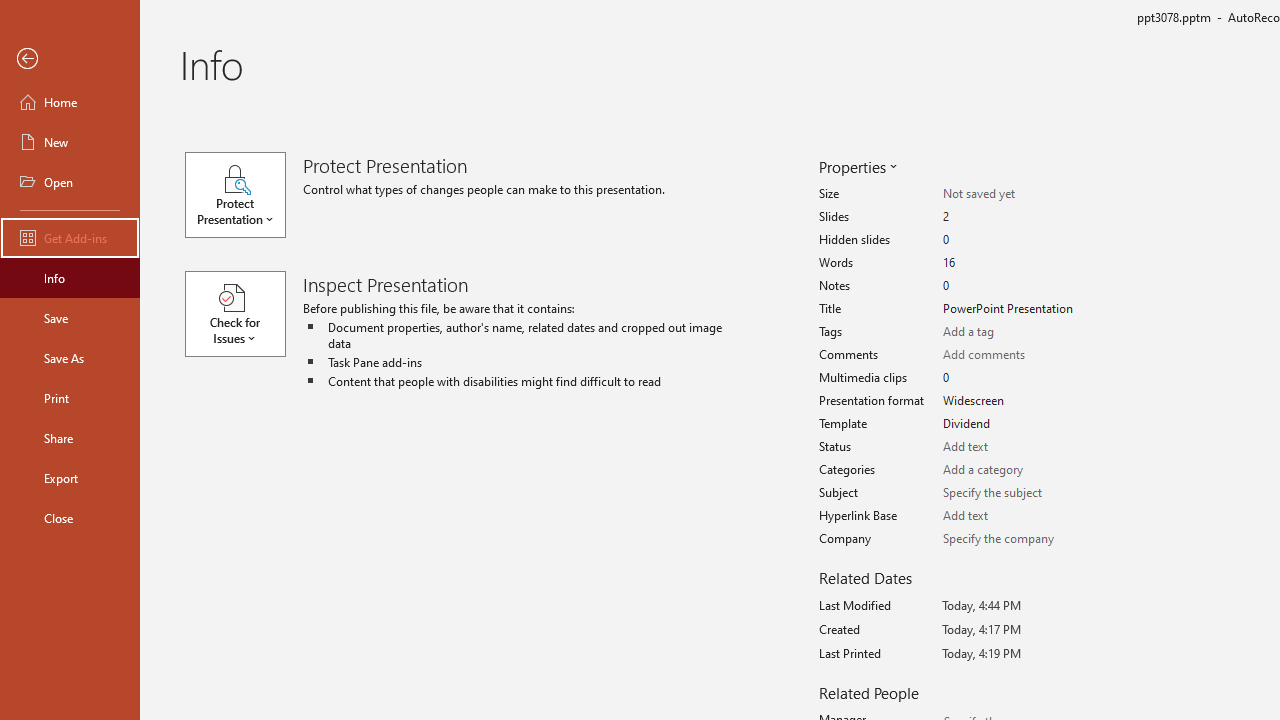  Describe the element at coordinates (1012, 194) in the screenshot. I see `'Size'` at that location.